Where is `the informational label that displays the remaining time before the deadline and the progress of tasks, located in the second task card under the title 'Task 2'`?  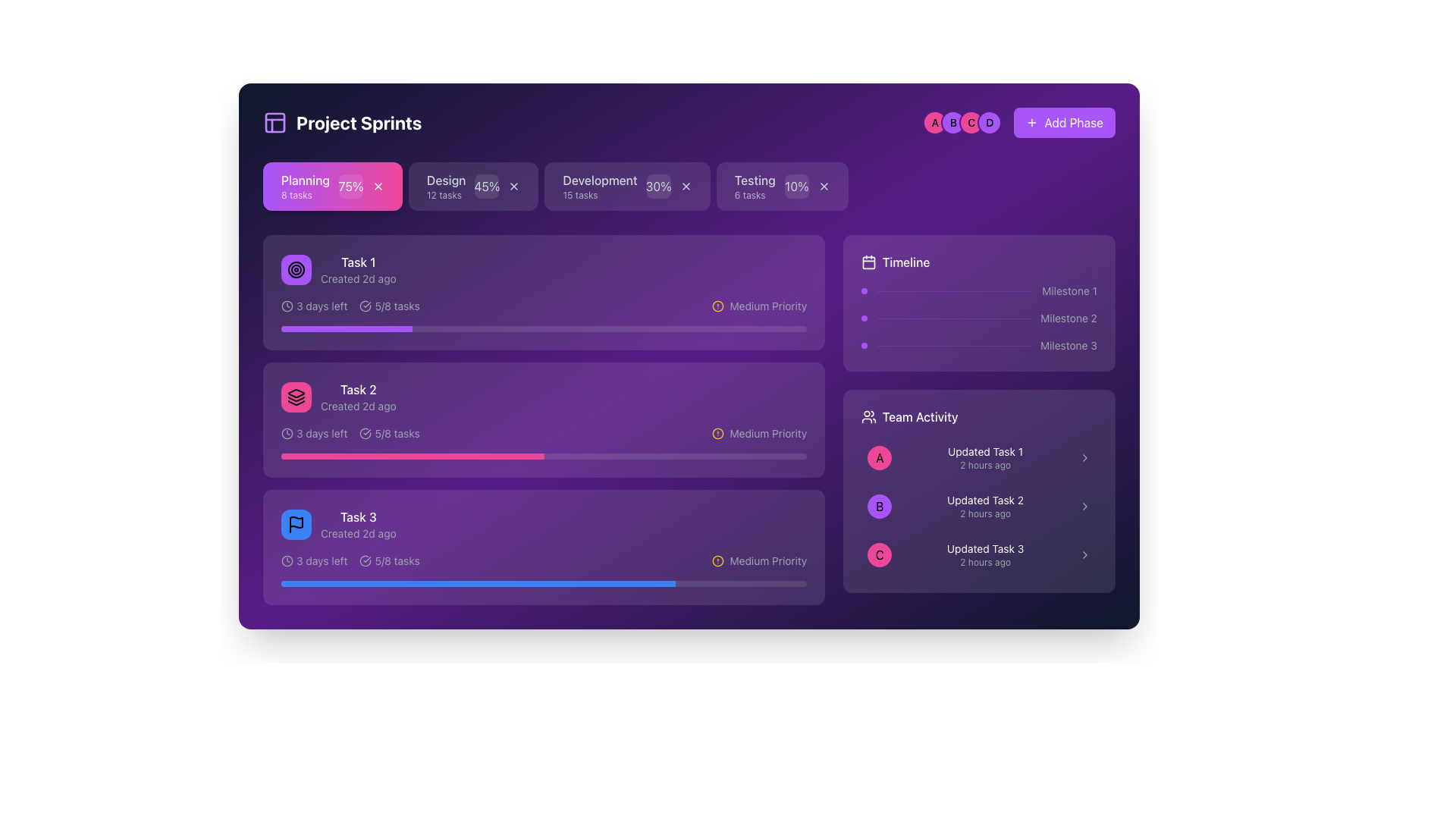
the informational label that displays the remaining time before the deadline and the progress of tasks, located in the second task card under the title 'Task 2' is located at coordinates (350, 433).